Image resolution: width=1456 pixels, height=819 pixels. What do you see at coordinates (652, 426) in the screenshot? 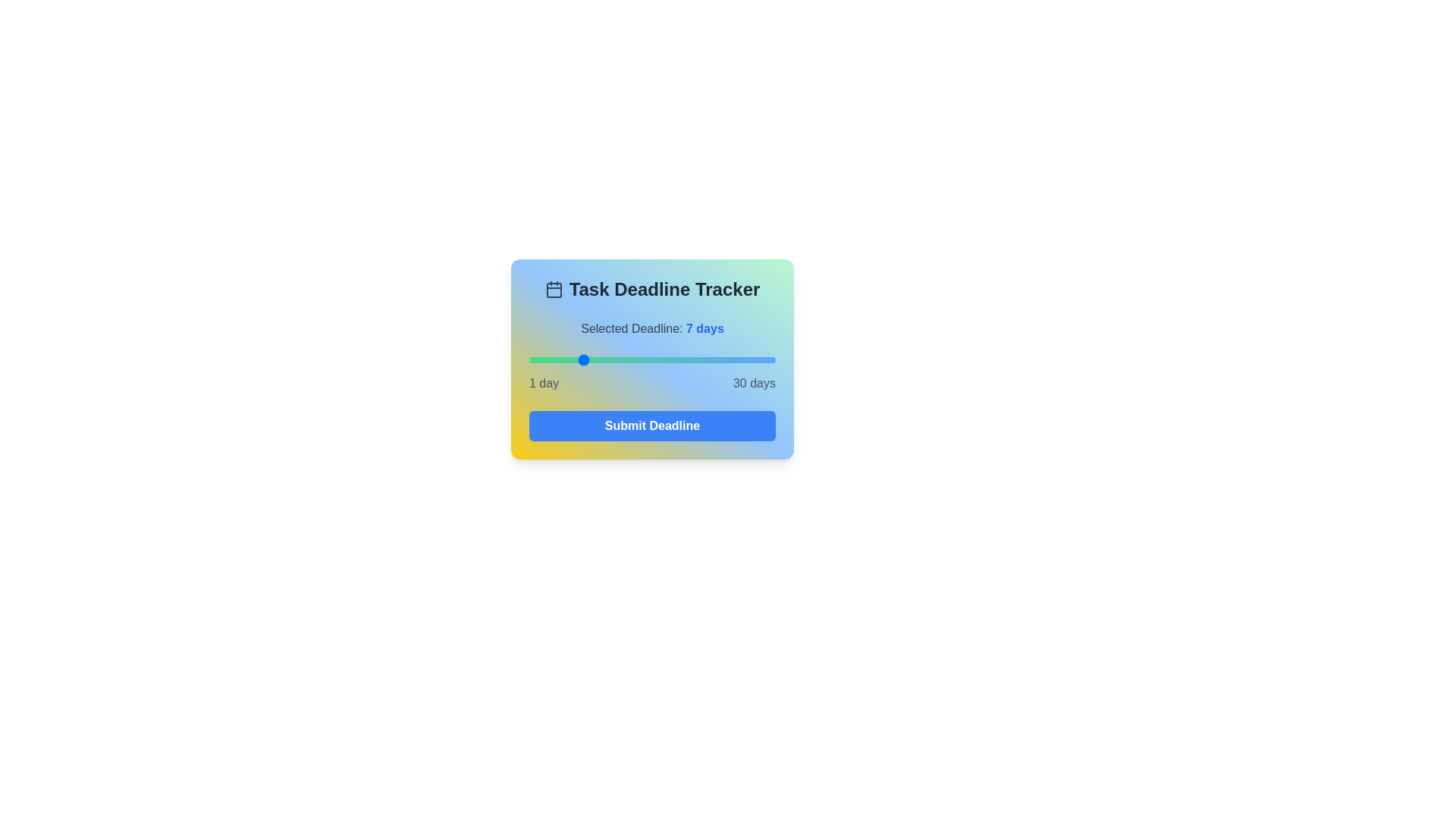
I see `the 'Submit Deadline' button to finalize the selected deadline` at bounding box center [652, 426].